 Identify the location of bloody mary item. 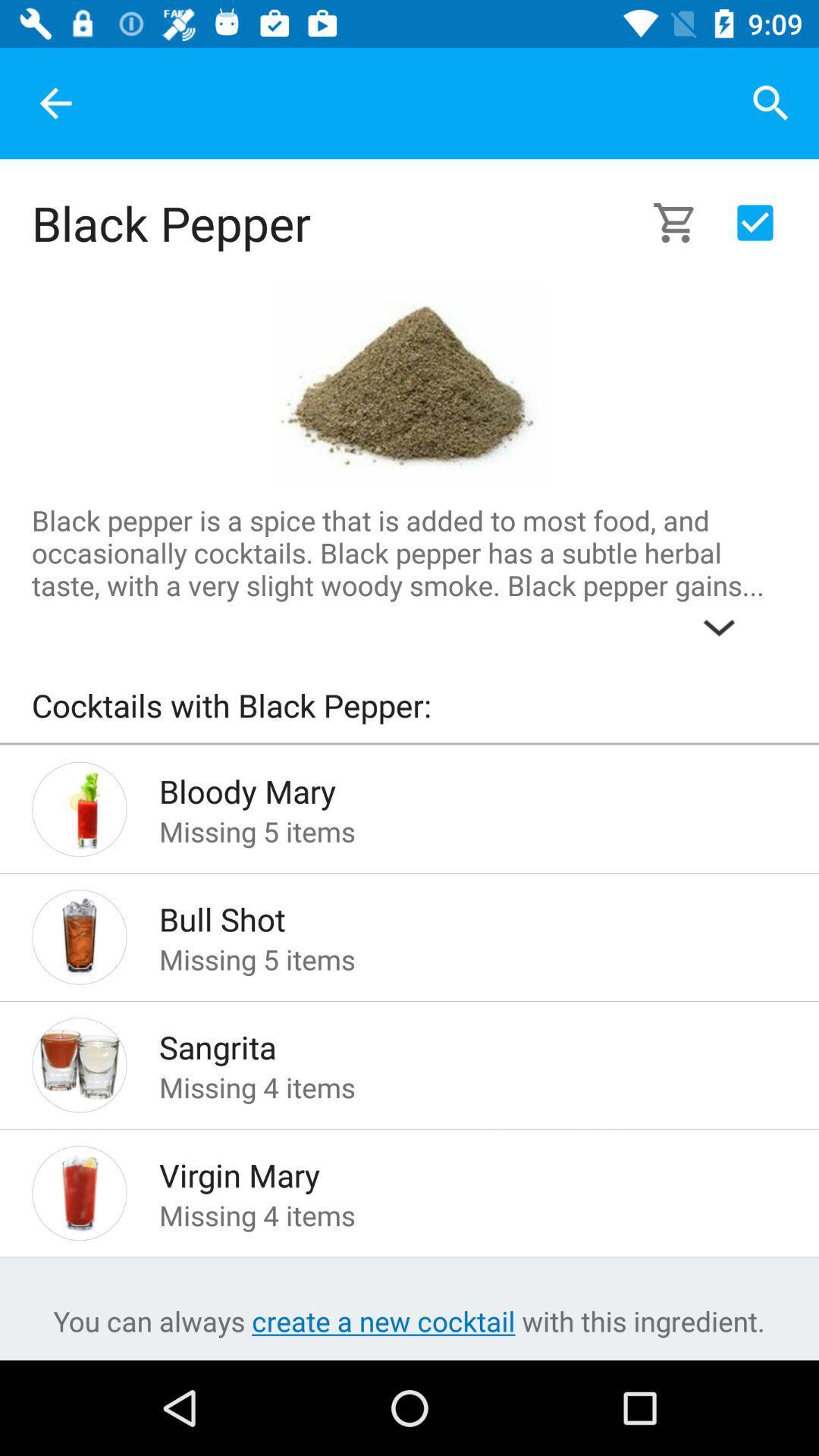
(448, 786).